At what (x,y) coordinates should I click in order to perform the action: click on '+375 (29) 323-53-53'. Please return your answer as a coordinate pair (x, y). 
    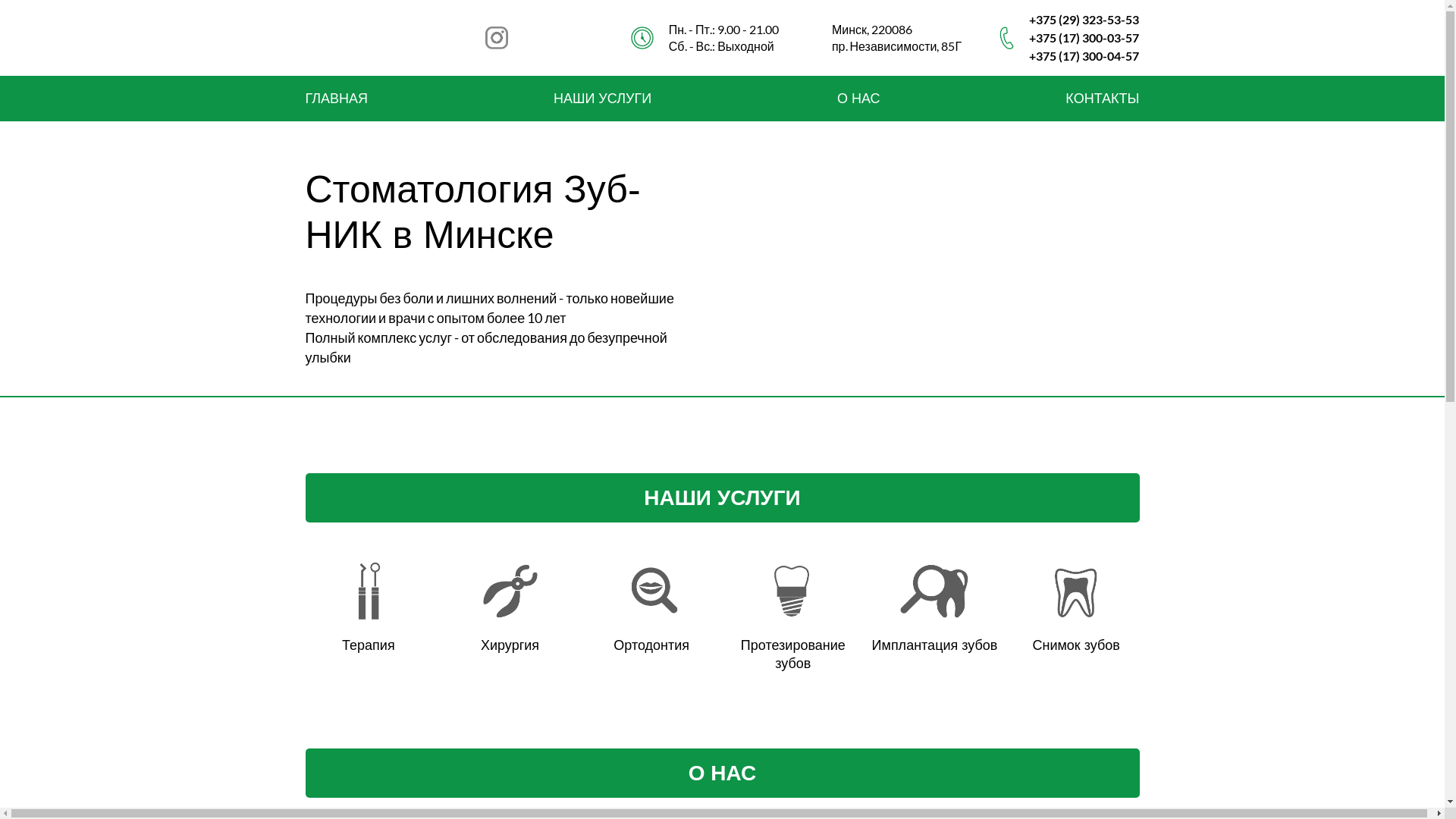
    Looking at the image, I should click on (1083, 20).